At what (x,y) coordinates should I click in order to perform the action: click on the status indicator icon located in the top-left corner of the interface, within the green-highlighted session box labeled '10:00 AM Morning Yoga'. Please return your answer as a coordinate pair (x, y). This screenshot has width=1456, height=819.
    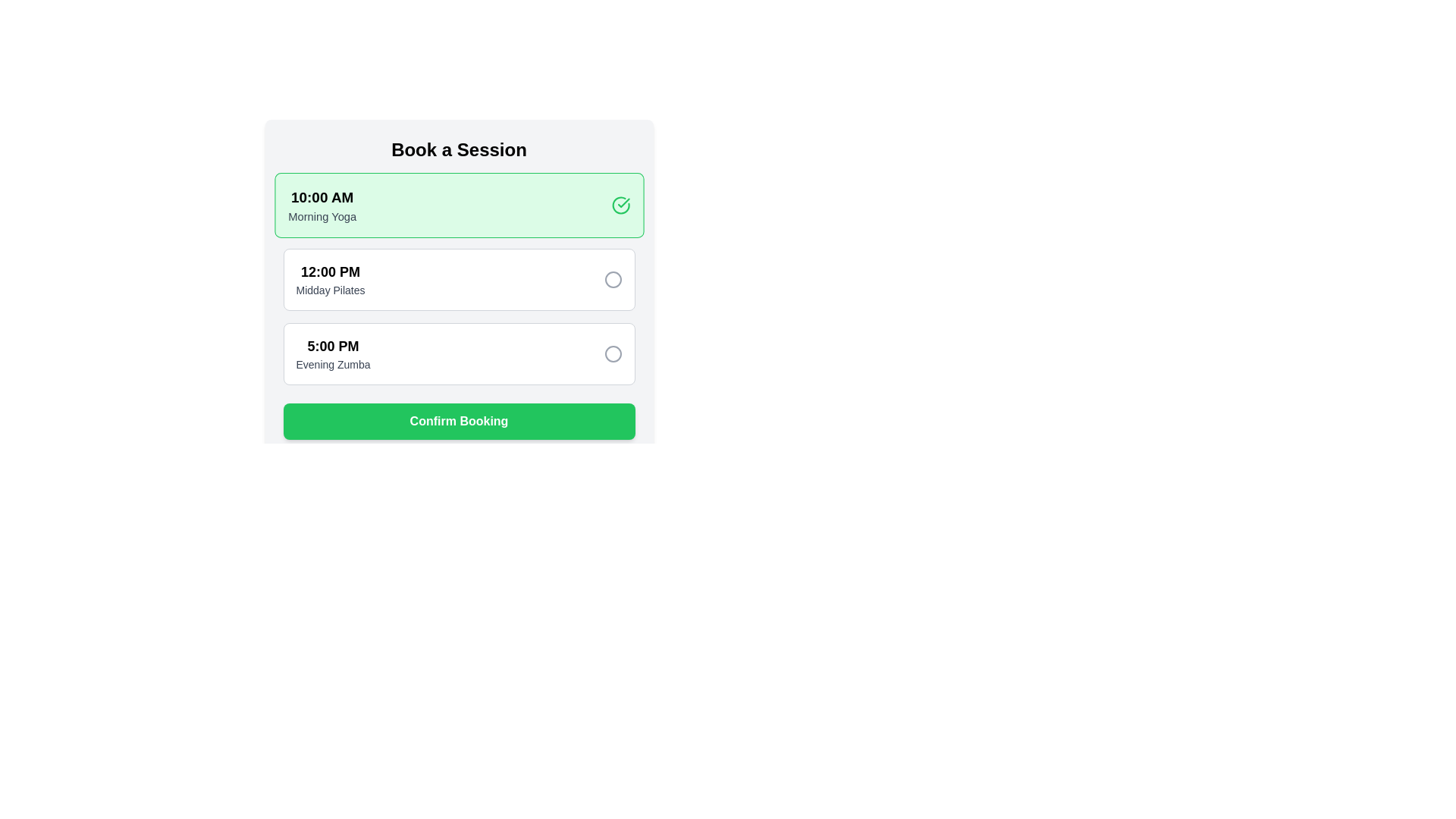
    Looking at the image, I should click on (623, 202).